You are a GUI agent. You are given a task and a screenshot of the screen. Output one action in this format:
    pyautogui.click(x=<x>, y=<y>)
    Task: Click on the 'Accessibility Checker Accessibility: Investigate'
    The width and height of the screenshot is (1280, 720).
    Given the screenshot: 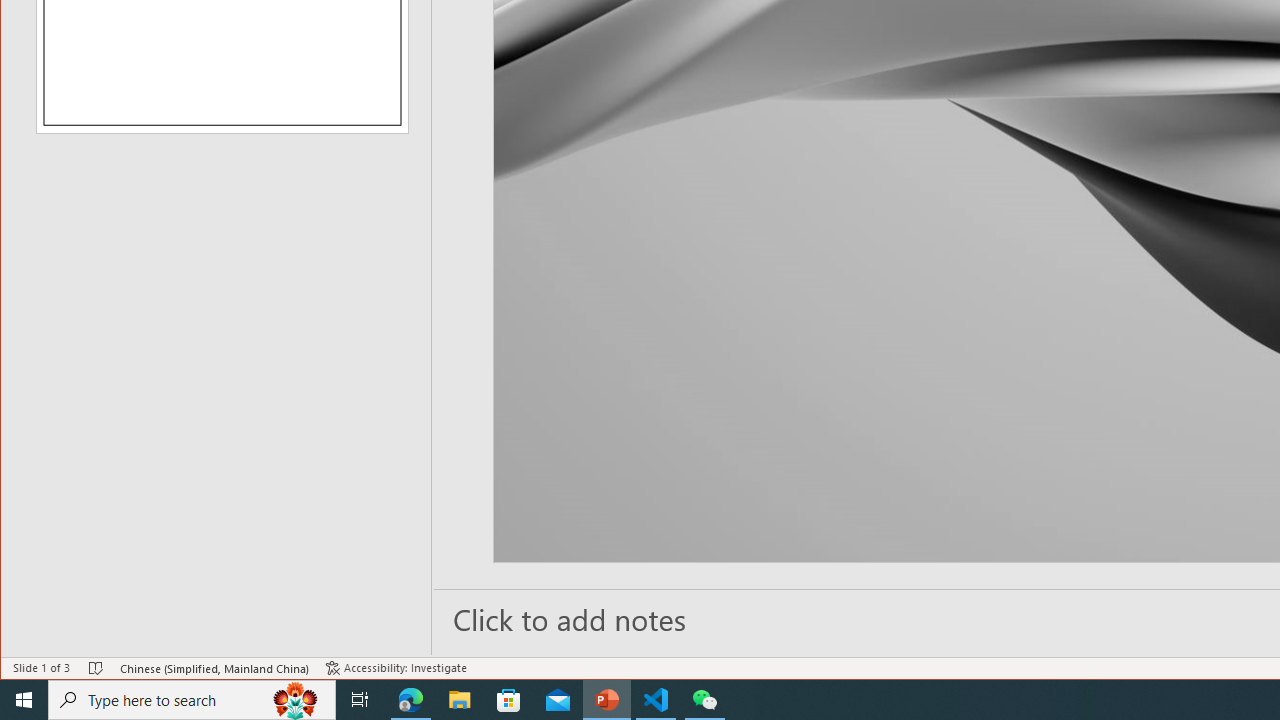 What is the action you would take?
    pyautogui.click(x=396, y=668)
    